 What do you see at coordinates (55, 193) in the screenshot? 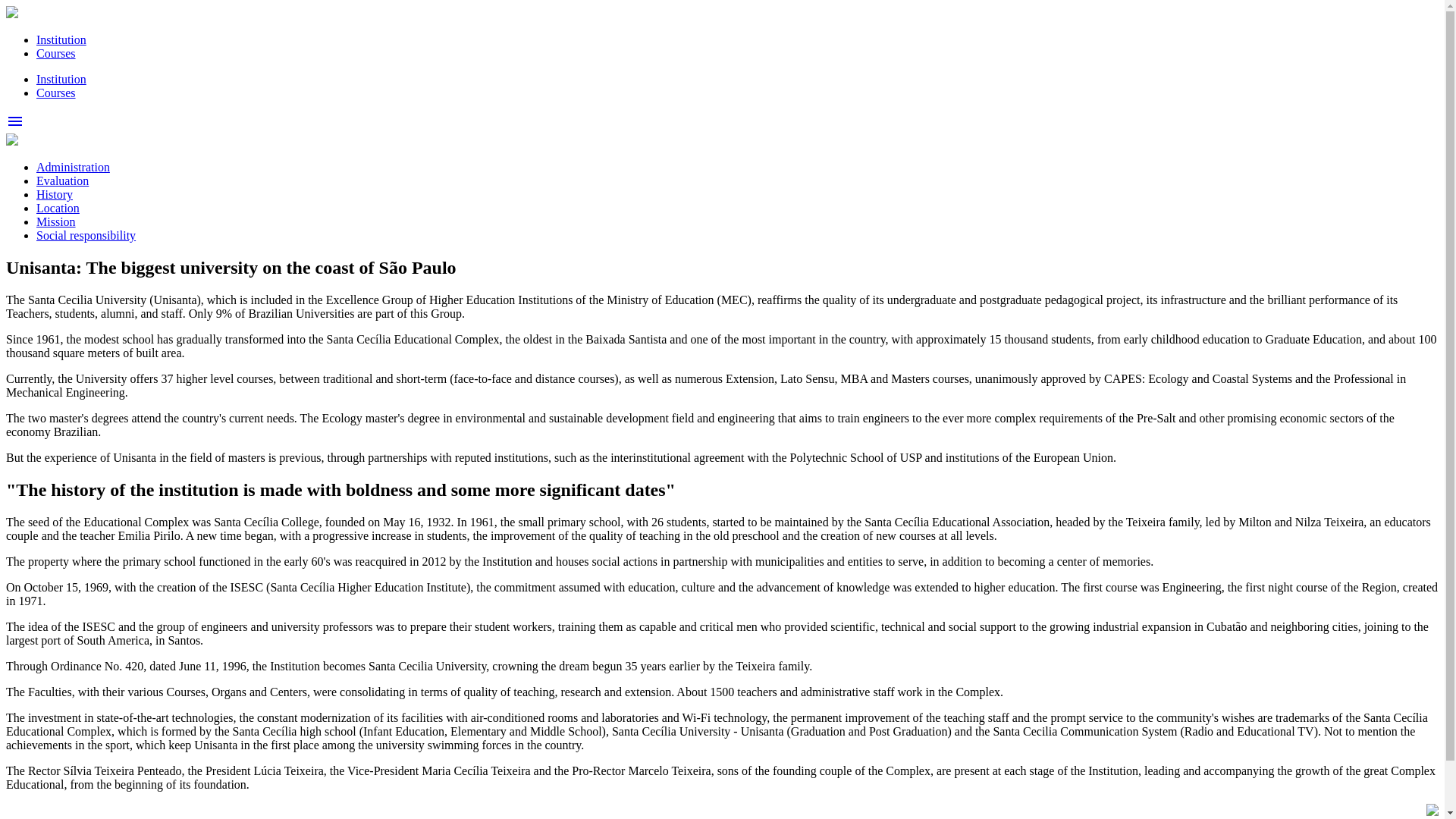
I see `'History'` at bounding box center [55, 193].